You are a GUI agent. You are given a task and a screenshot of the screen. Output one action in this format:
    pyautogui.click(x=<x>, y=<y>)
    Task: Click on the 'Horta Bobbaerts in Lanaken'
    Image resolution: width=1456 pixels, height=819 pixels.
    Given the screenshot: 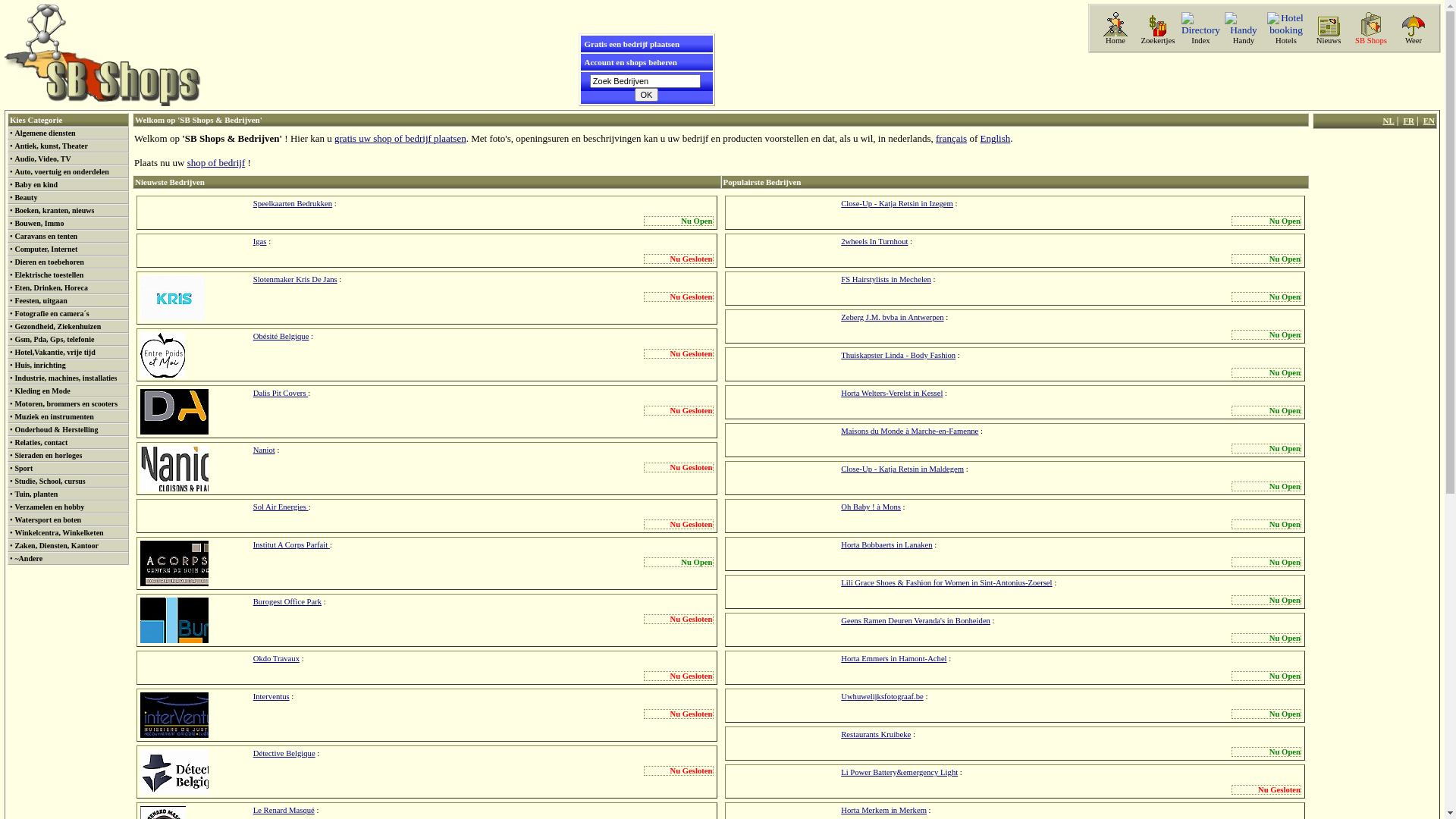 What is the action you would take?
    pyautogui.click(x=839, y=544)
    